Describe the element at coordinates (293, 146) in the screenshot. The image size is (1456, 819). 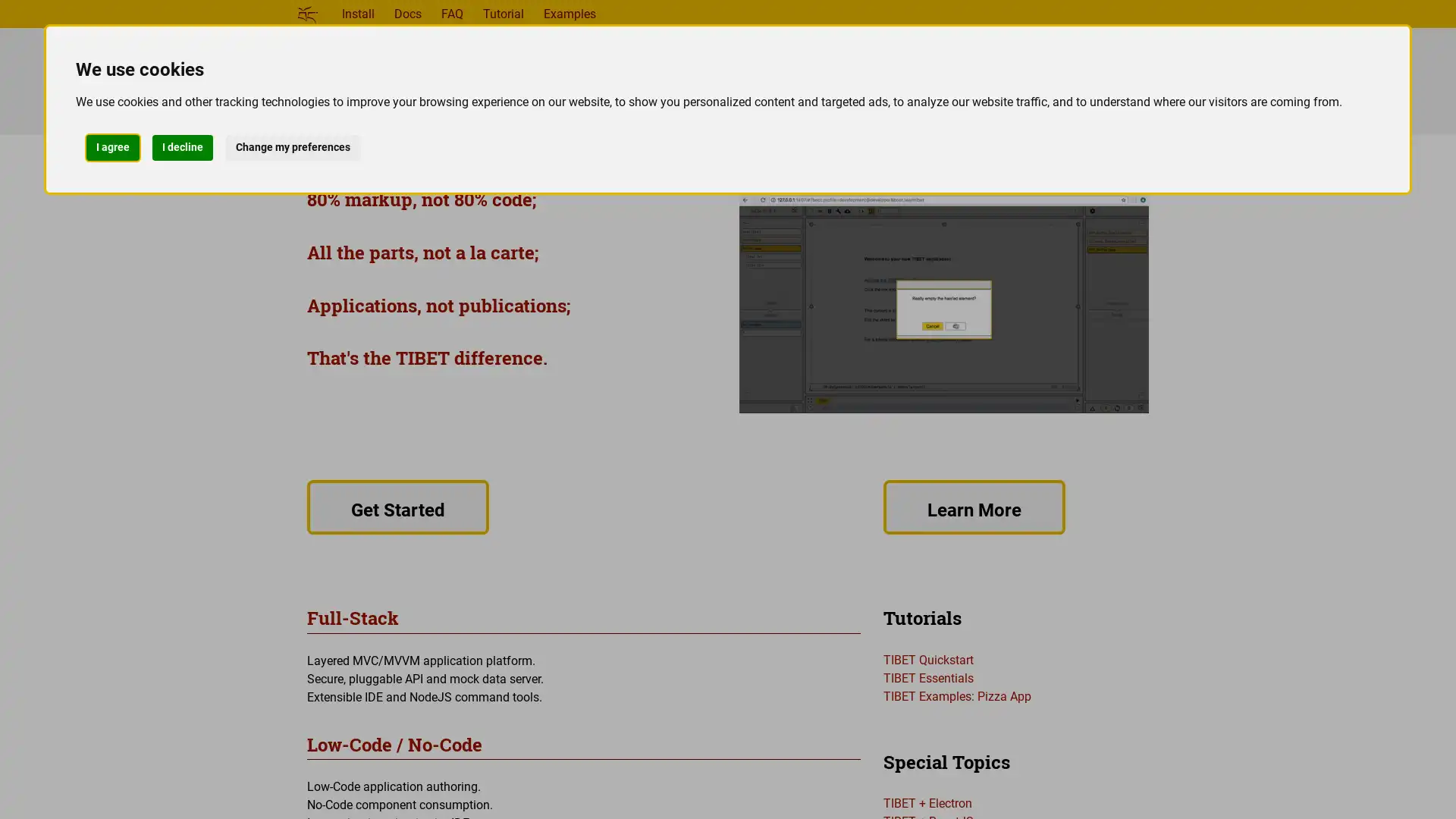
I see `Change my preferences` at that location.